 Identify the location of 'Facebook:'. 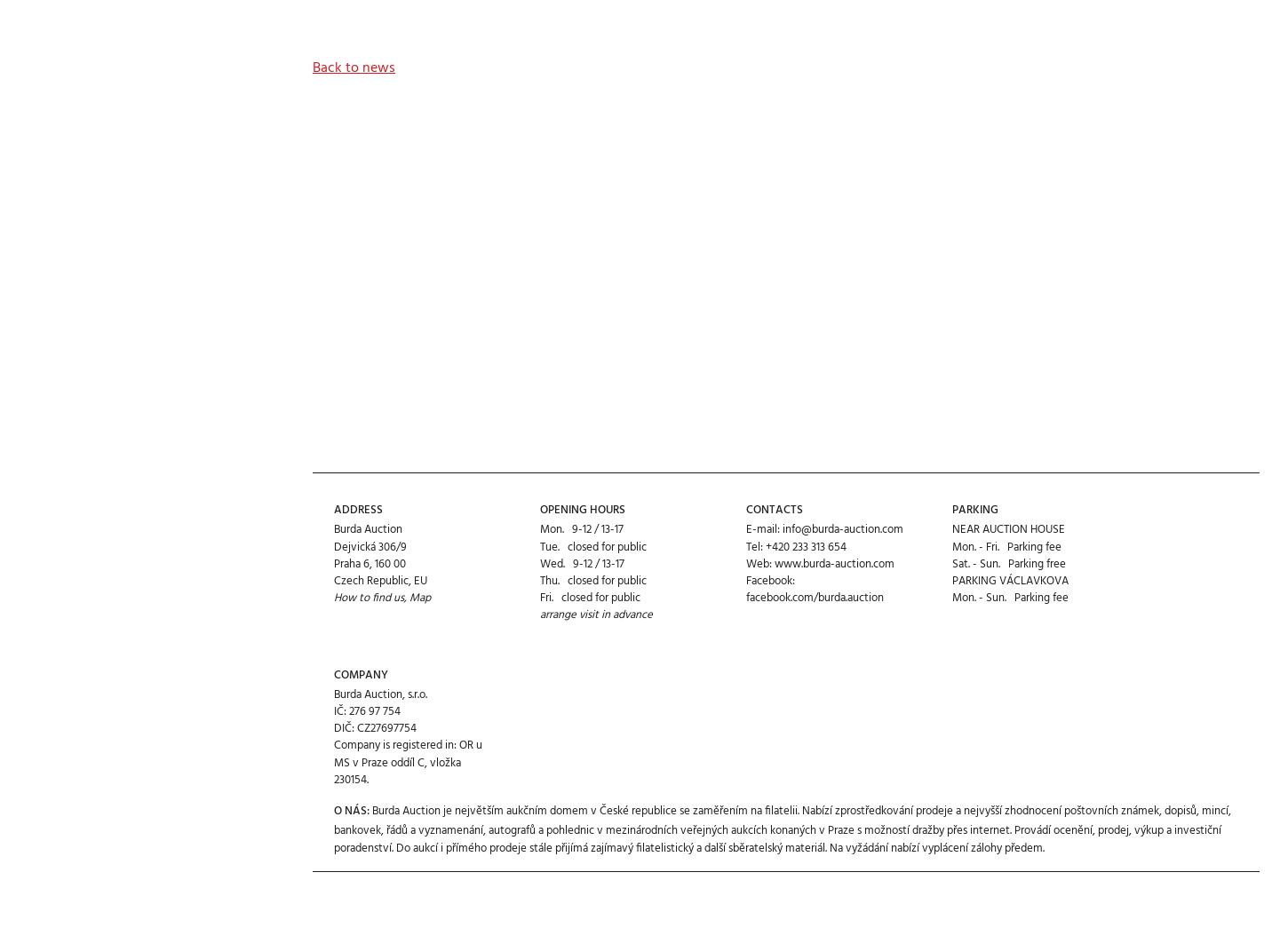
(769, 515).